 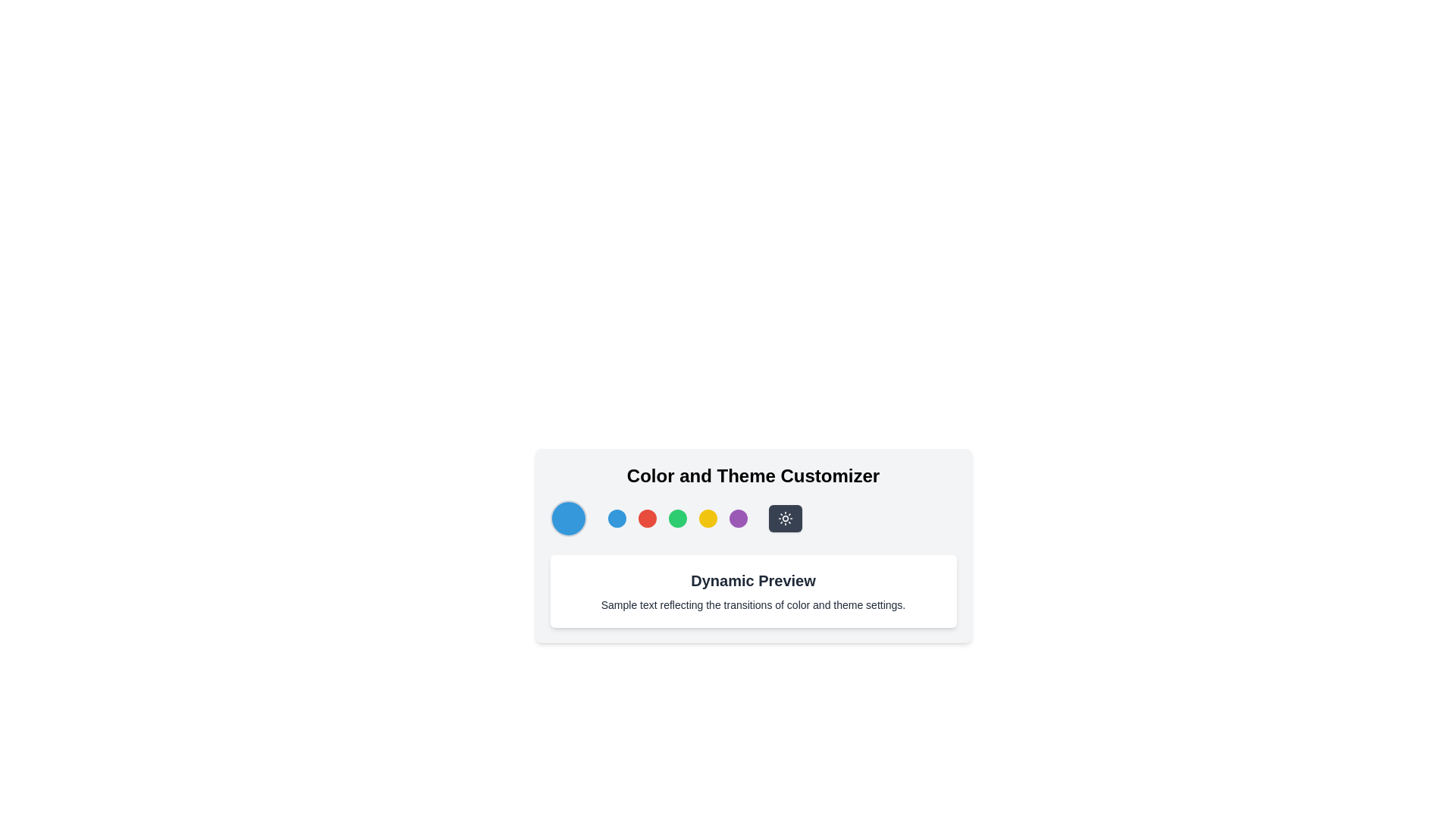 I want to click on the fifth circular button in the 'Color and Theme Customizer' section, so click(x=738, y=517).